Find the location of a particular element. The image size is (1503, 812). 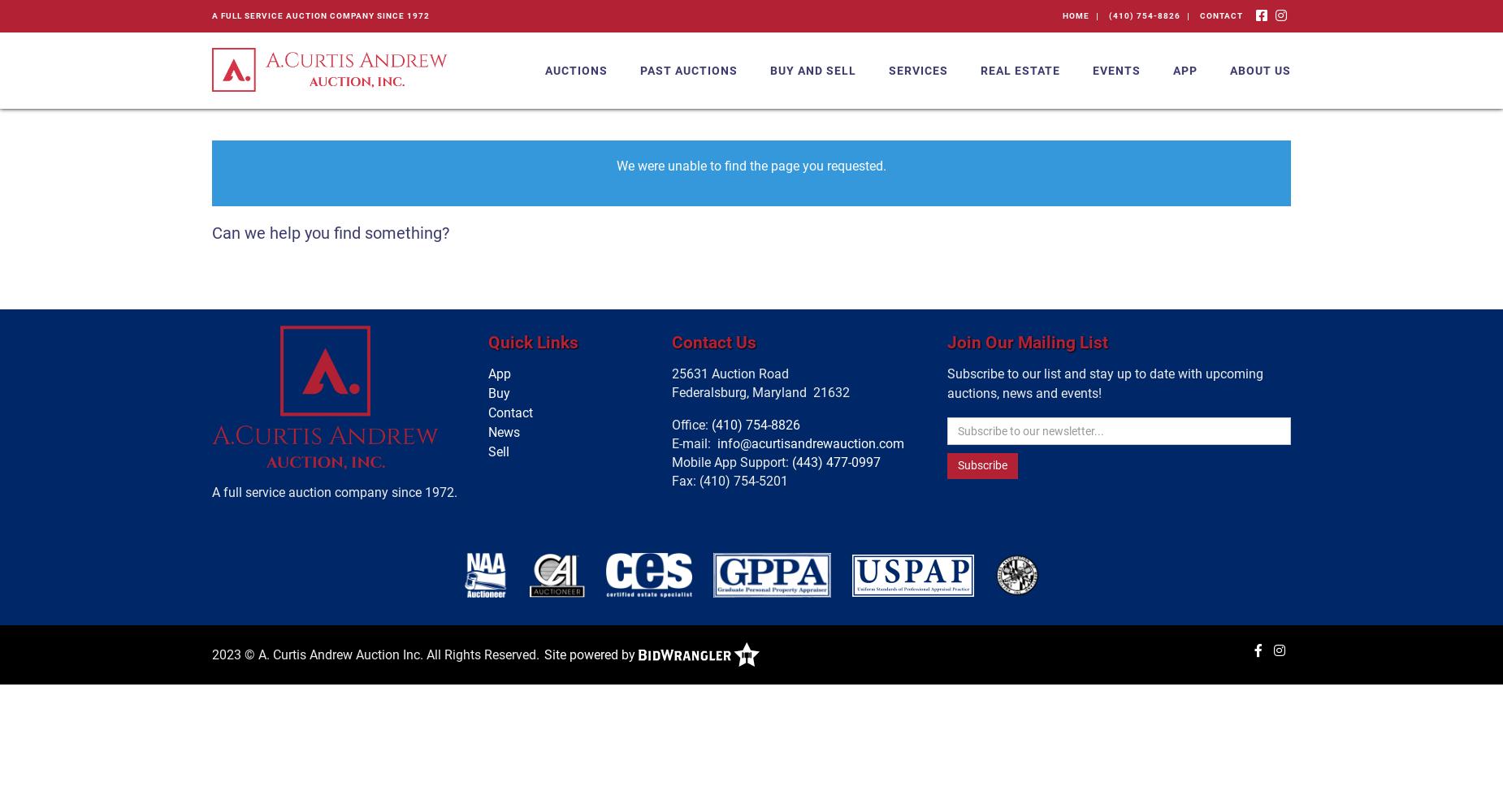

'Sell' is located at coordinates (498, 451).